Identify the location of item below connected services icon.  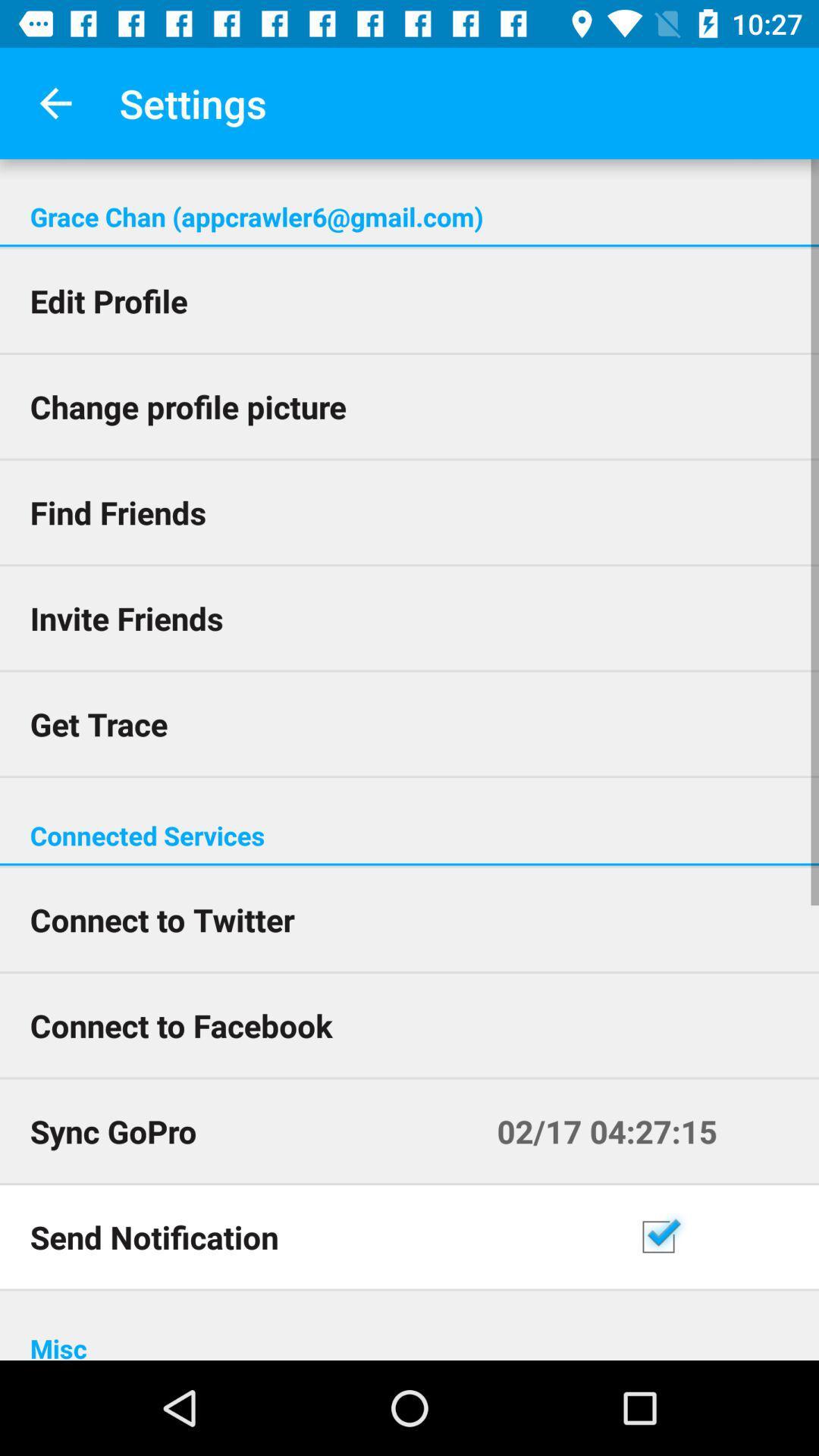
(409, 864).